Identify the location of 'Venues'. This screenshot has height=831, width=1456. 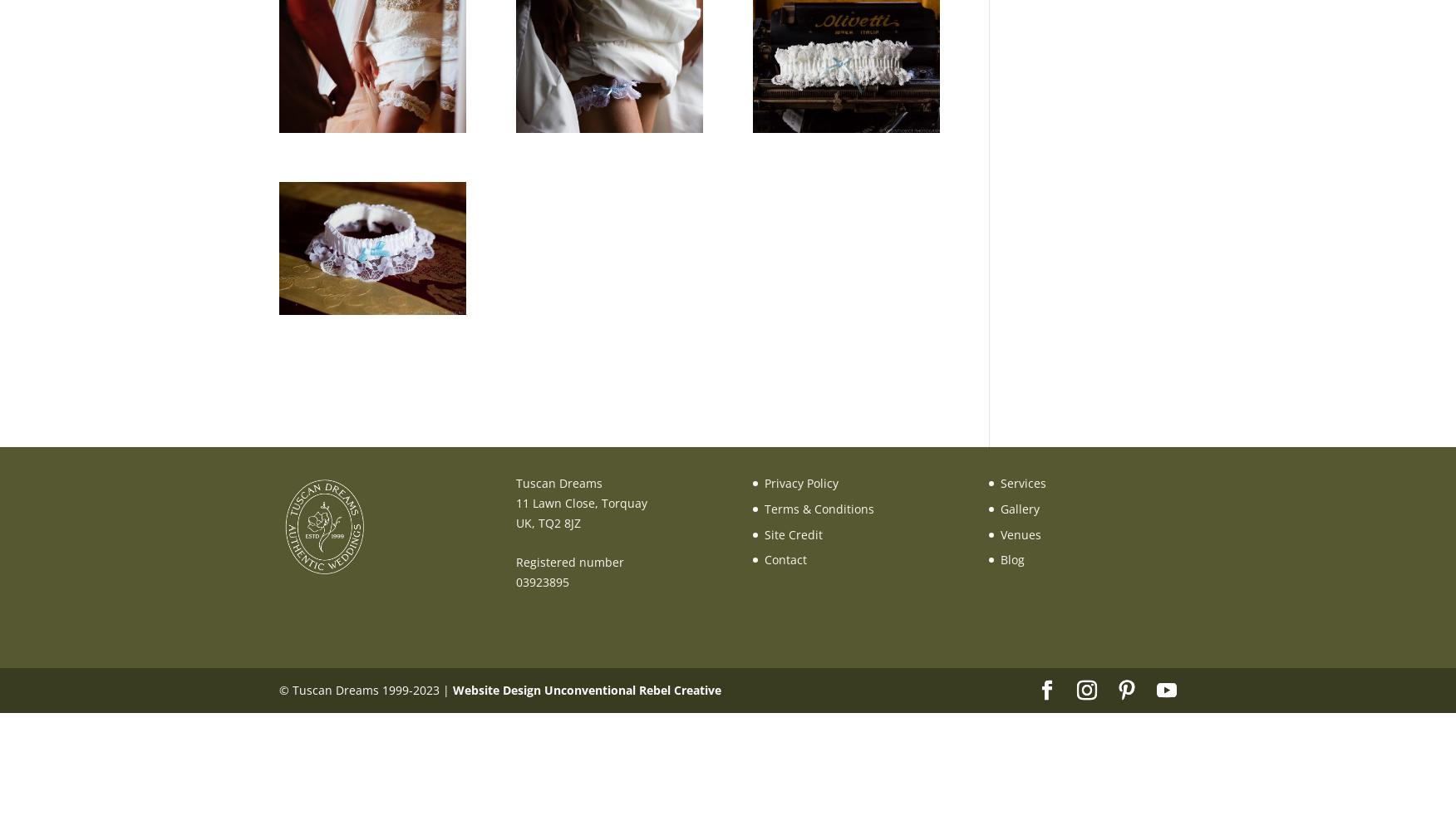
(1021, 534).